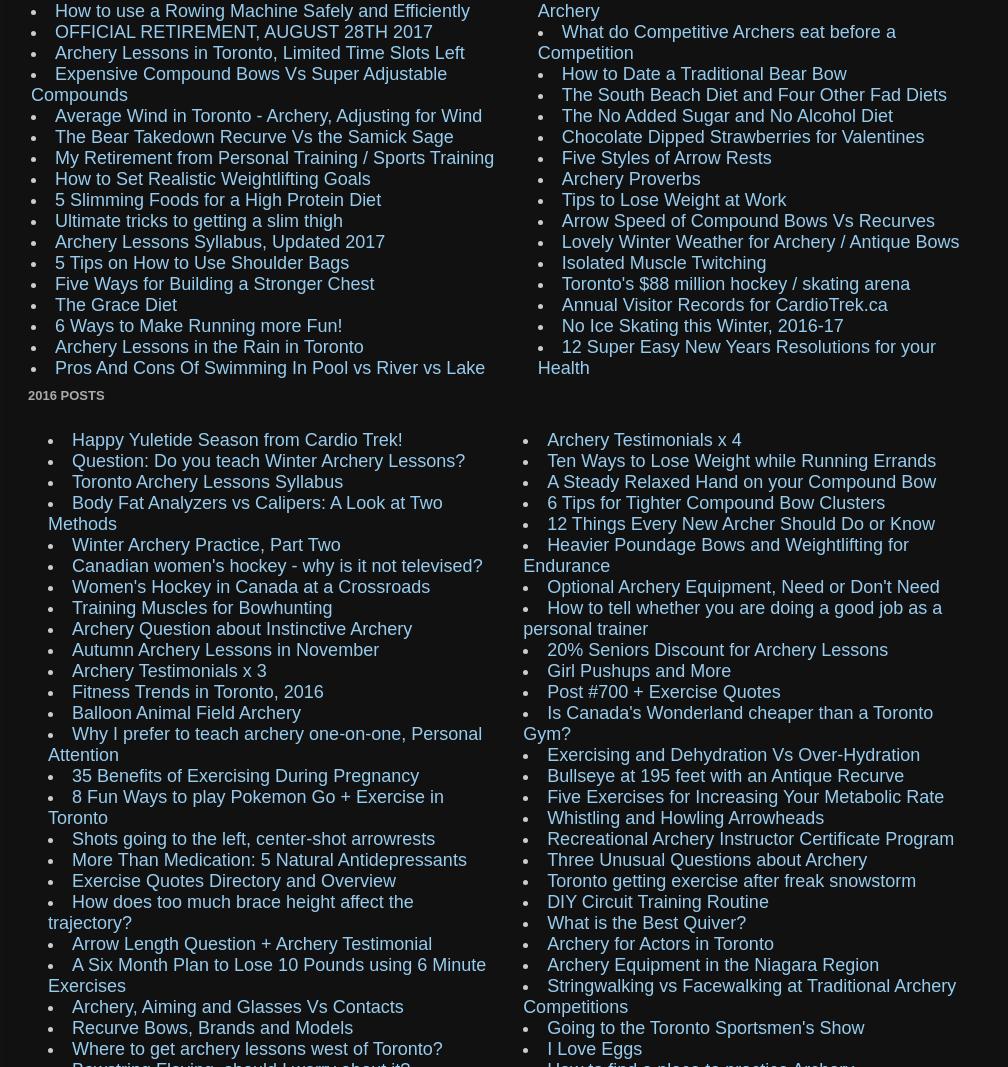 The height and width of the screenshot is (1067, 1008). What do you see at coordinates (663, 261) in the screenshot?
I see `'Isolated Muscle Twitching'` at bounding box center [663, 261].